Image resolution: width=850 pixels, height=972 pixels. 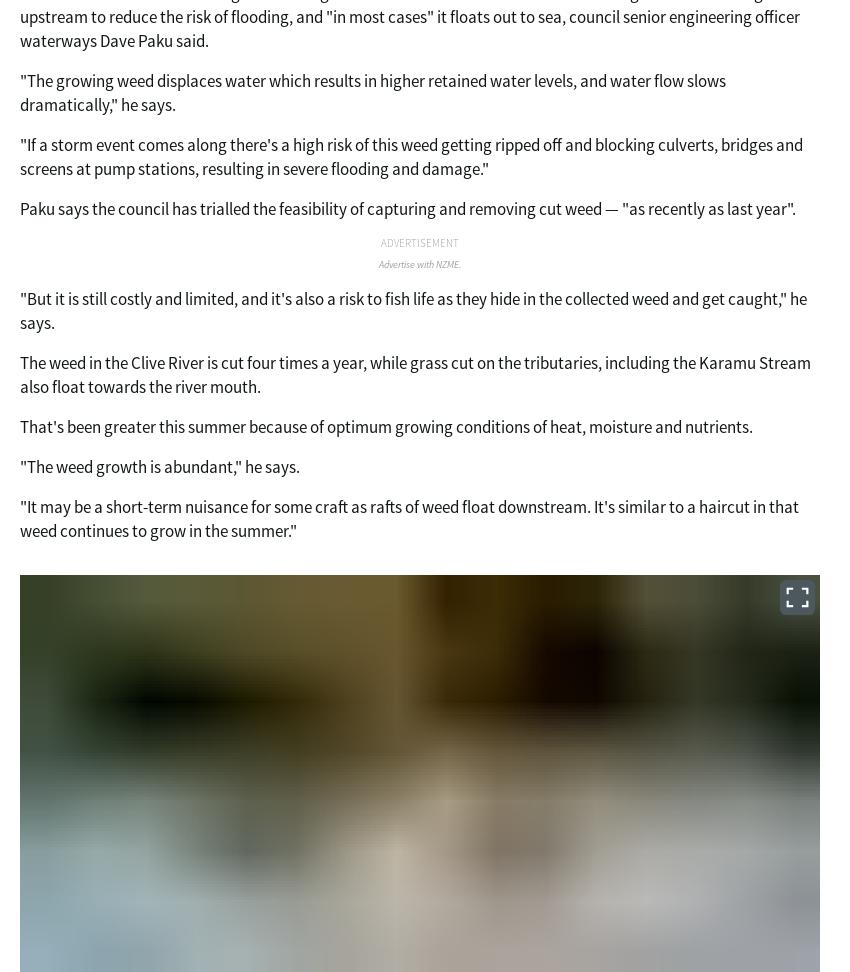 What do you see at coordinates (411, 156) in the screenshot?
I see `'"If a storm event comes along there's a high risk of this weed getting ripped off and blocking culverts, bridges and screens at pump stations, resulting in severe flooding and damage."'` at bounding box center [411, 156].